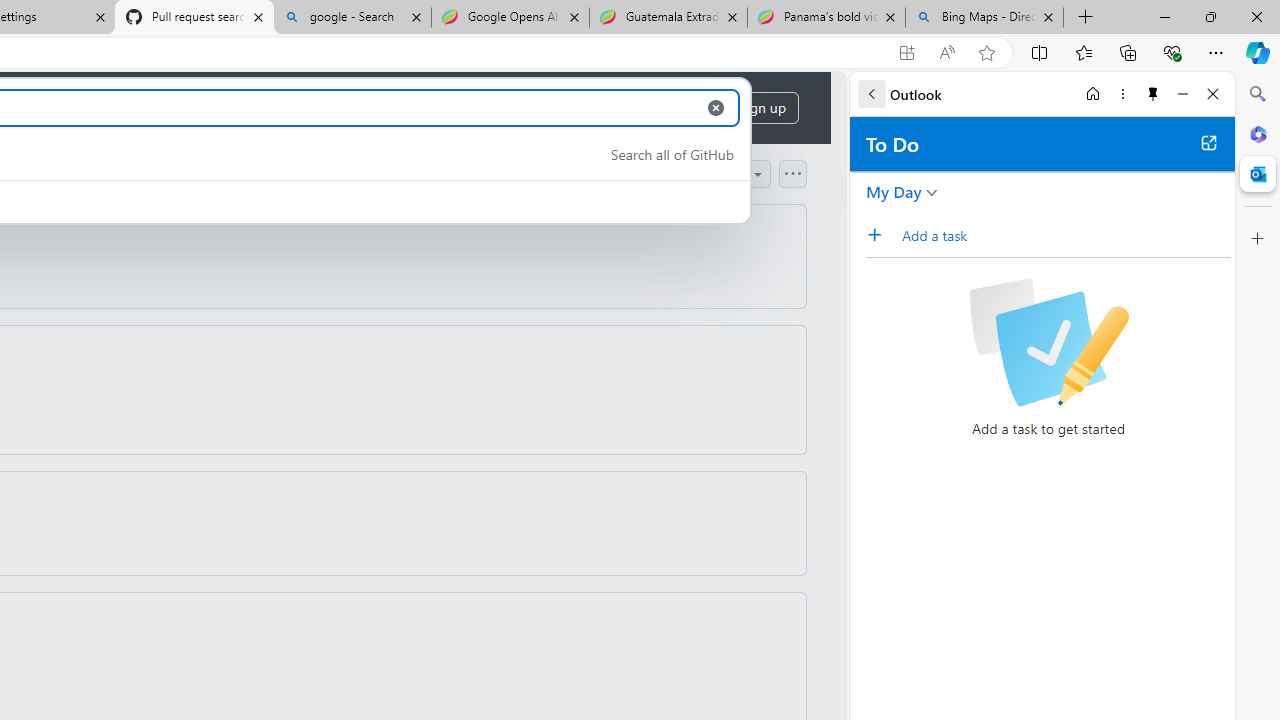  I want to click on 'Checkbox with a pencil', so click(1047, 342).